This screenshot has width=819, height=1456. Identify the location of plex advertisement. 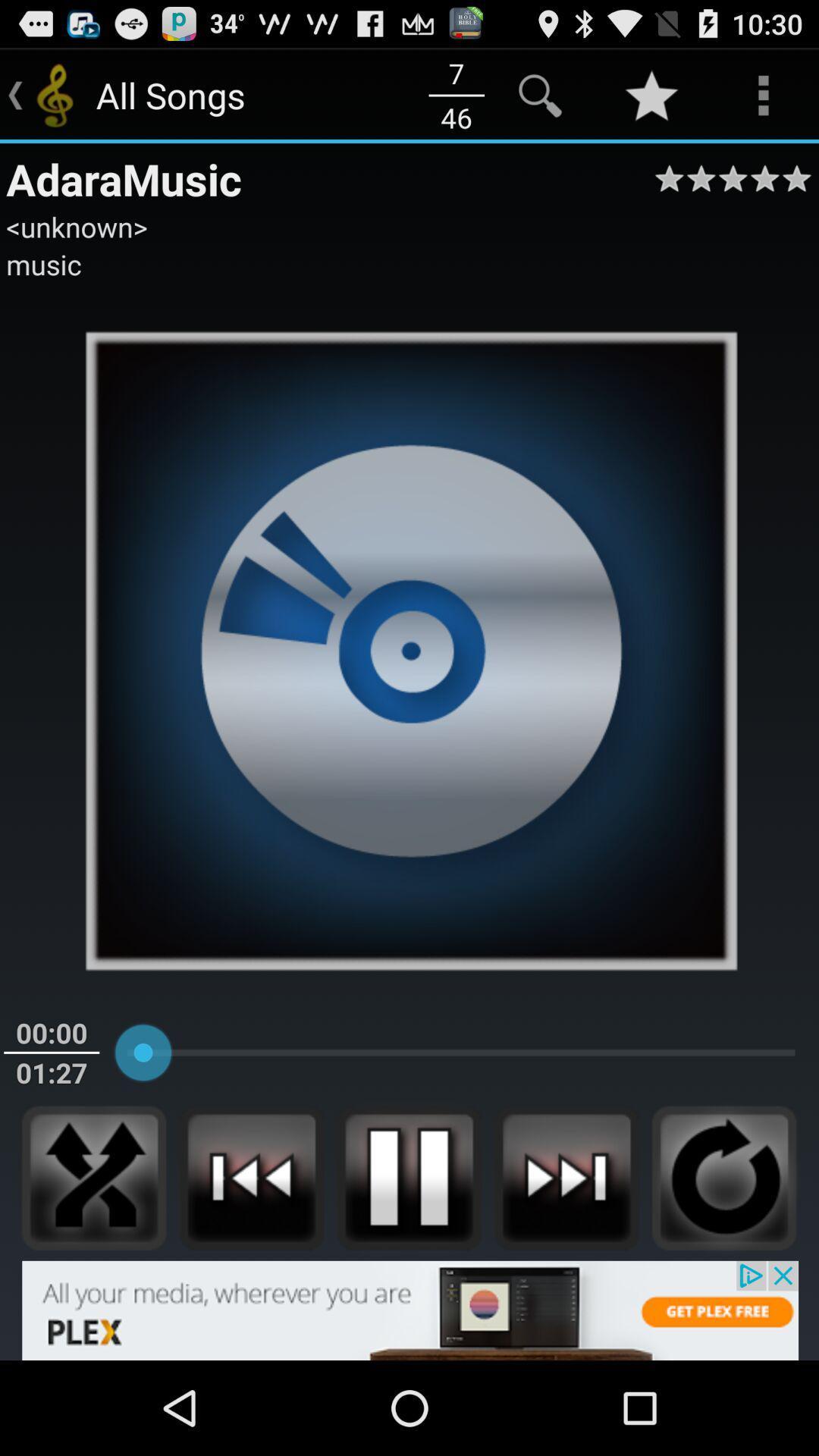
(409, 1310).